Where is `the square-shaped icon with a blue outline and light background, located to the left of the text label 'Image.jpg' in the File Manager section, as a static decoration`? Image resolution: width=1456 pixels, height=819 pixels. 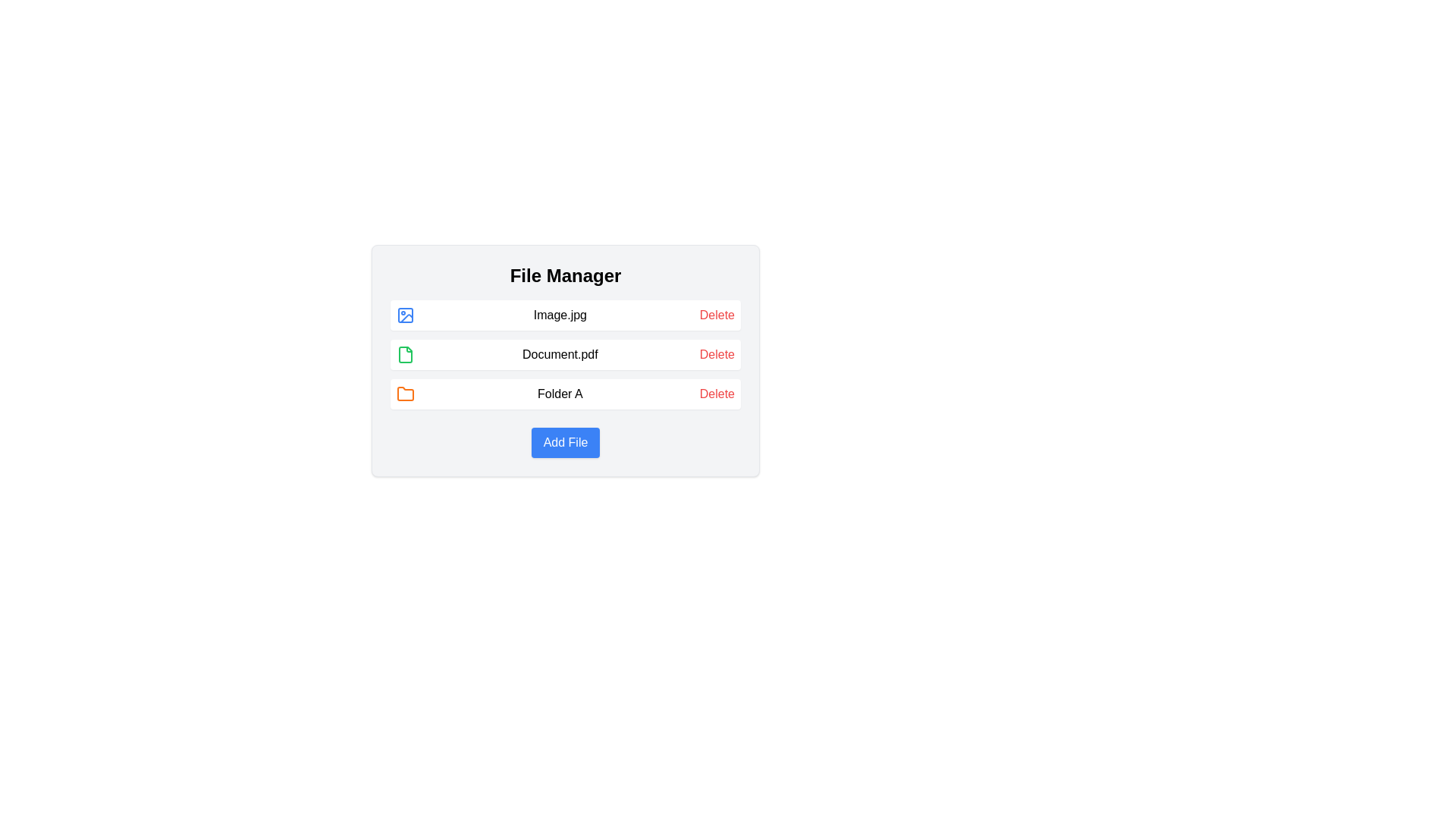 the square-shaped icon with a blue outline and light background, located to the left of the text label 'Image.jpg' in the File Manager section, as a static decoration is located at coordinates (405, 315).